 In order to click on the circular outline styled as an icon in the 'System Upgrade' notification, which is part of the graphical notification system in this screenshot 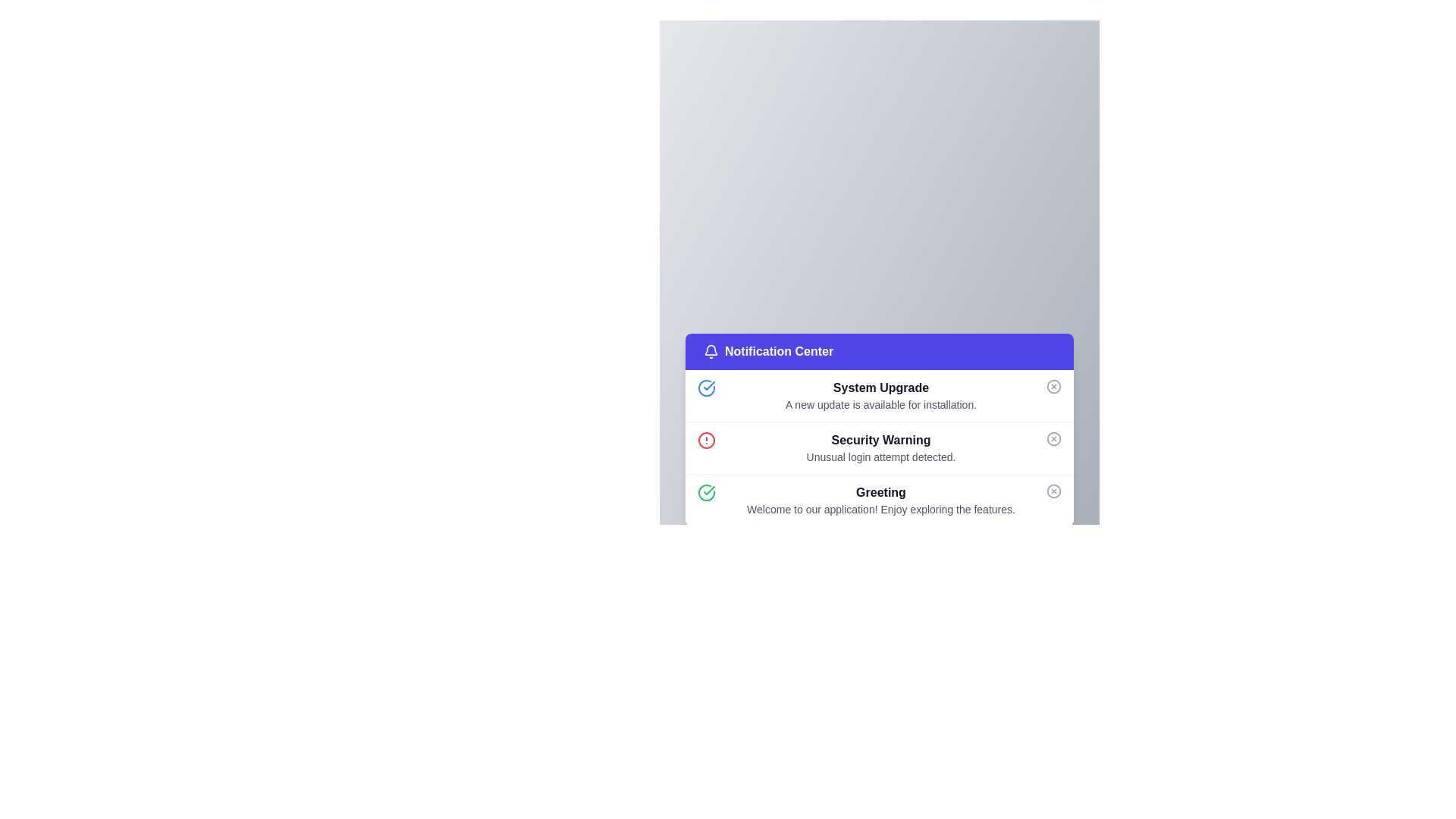, I will do `click(1053, 385)`.